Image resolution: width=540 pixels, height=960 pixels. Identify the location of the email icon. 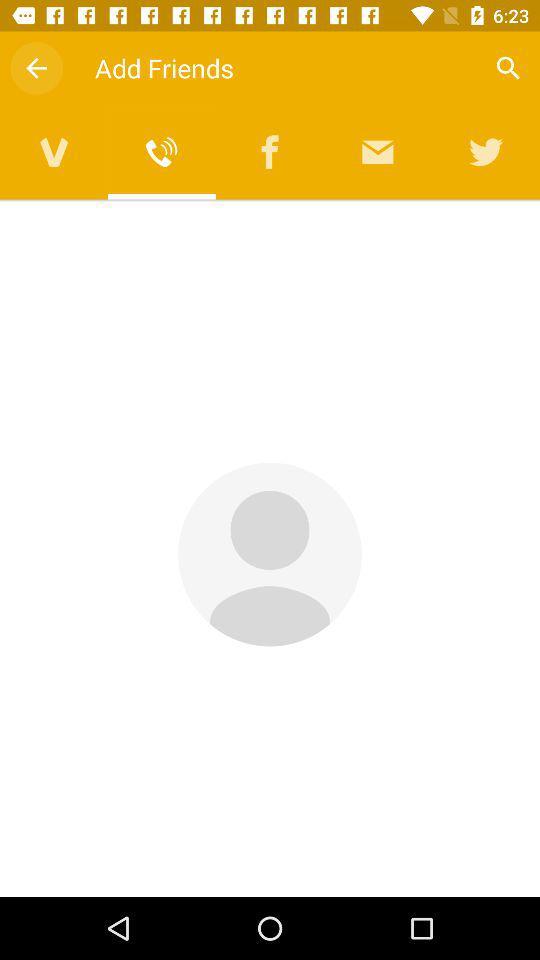
(378, 151).